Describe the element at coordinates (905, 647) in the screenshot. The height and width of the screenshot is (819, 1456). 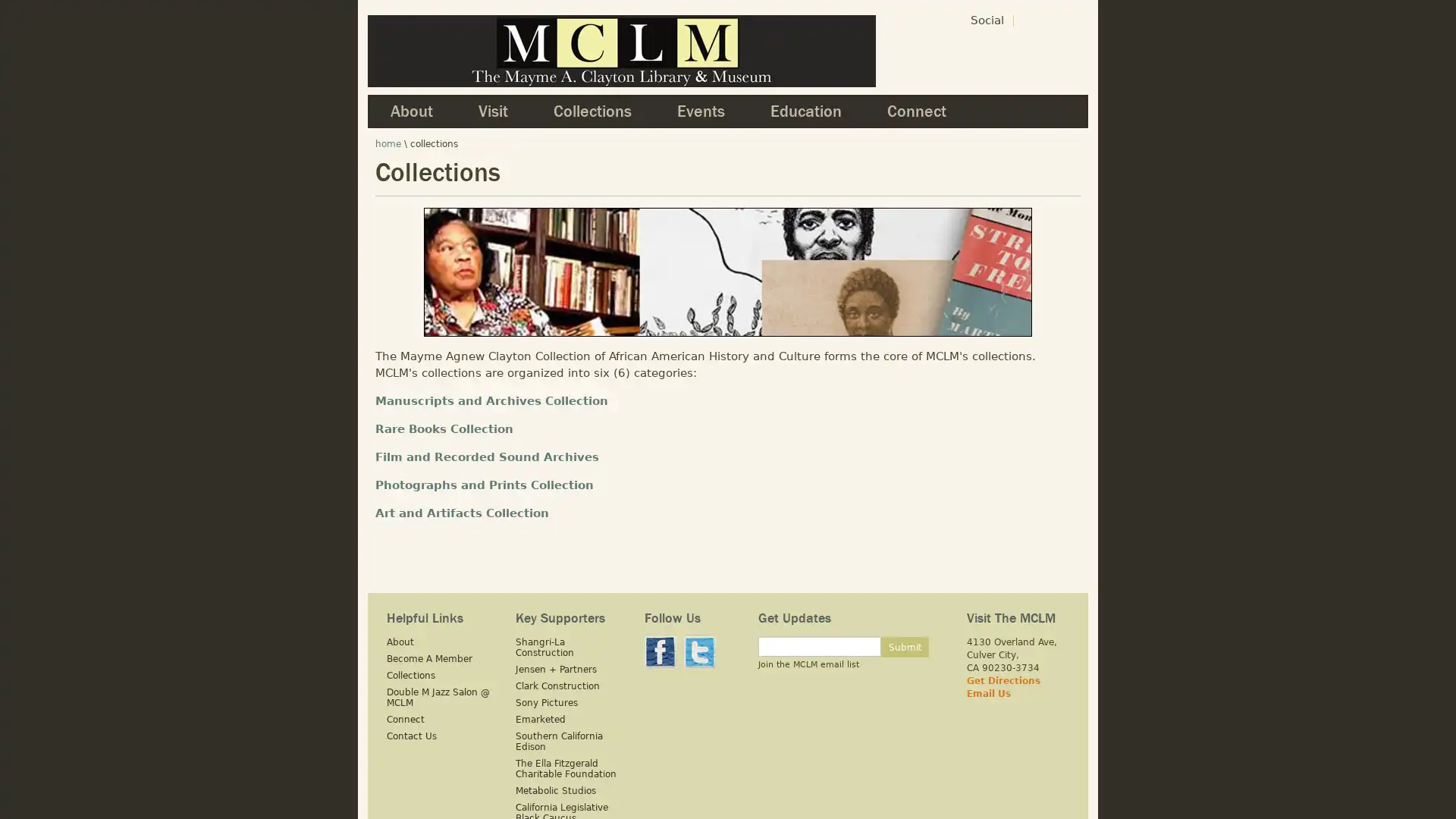
I see `Submit` at that location.